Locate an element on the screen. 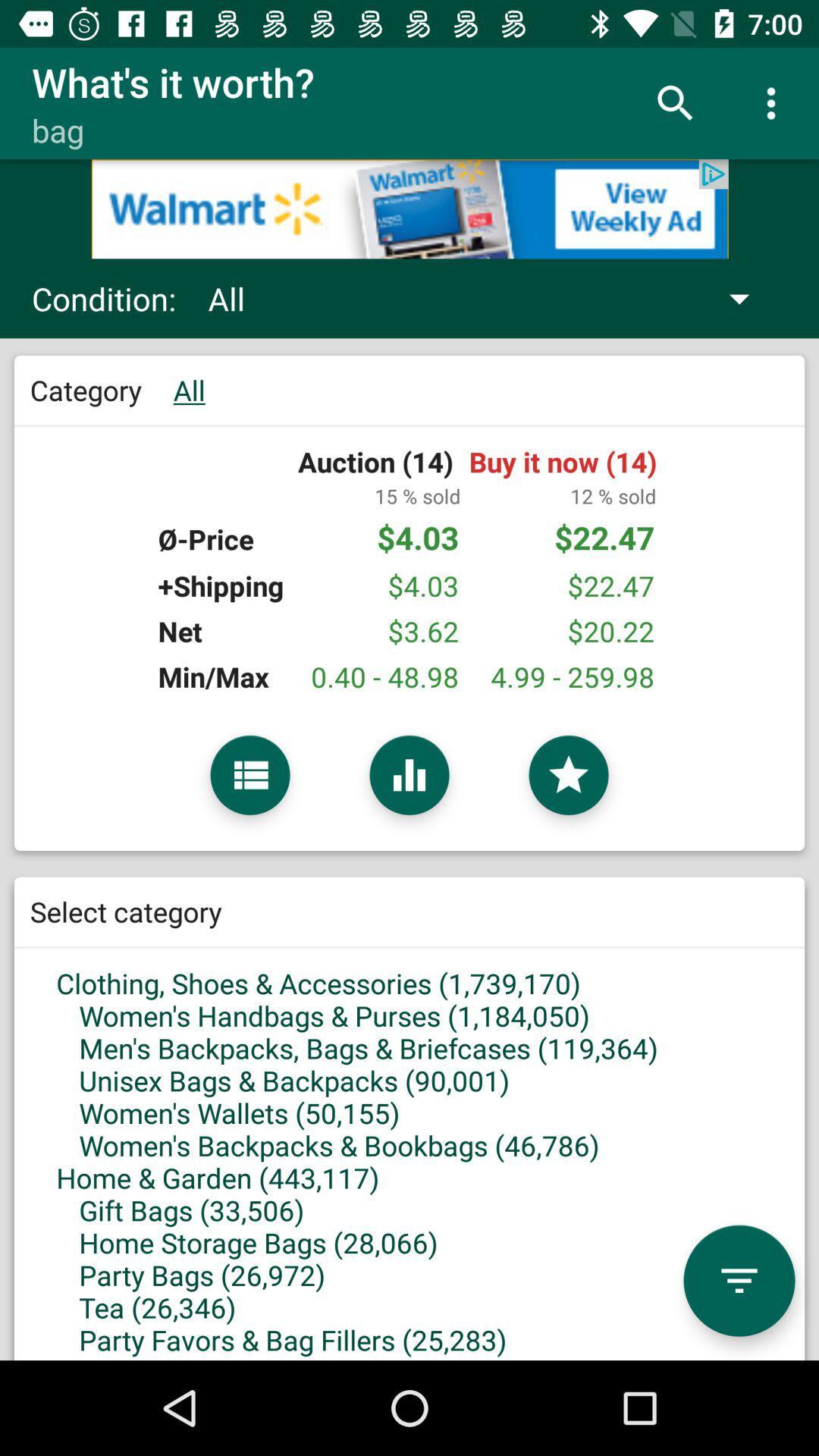 The height and width of the screenshot is (1456, 819). the text present under select category is located at coordinates (409, 1114).